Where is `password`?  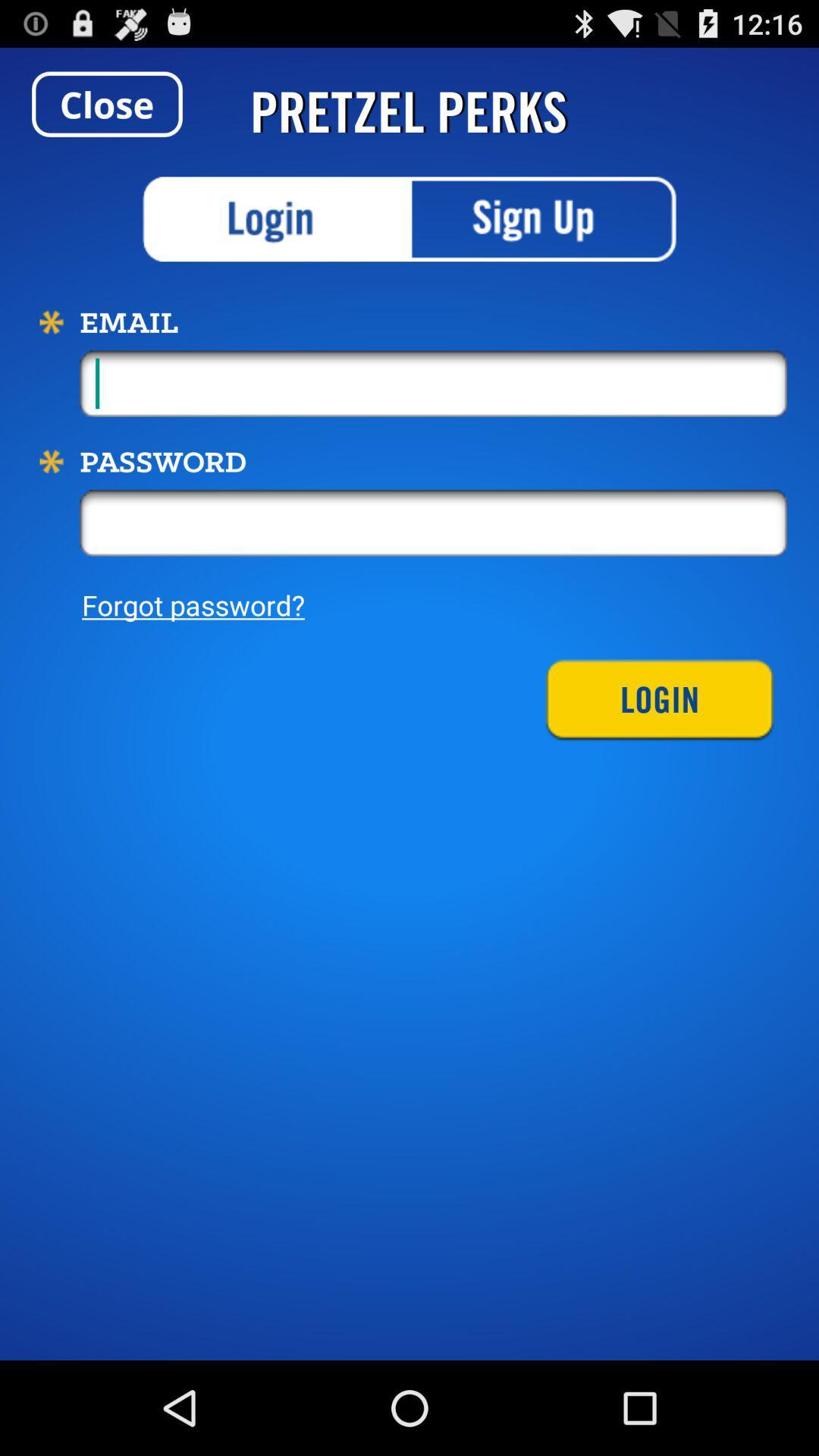 password is located at coordinates (433, 522).